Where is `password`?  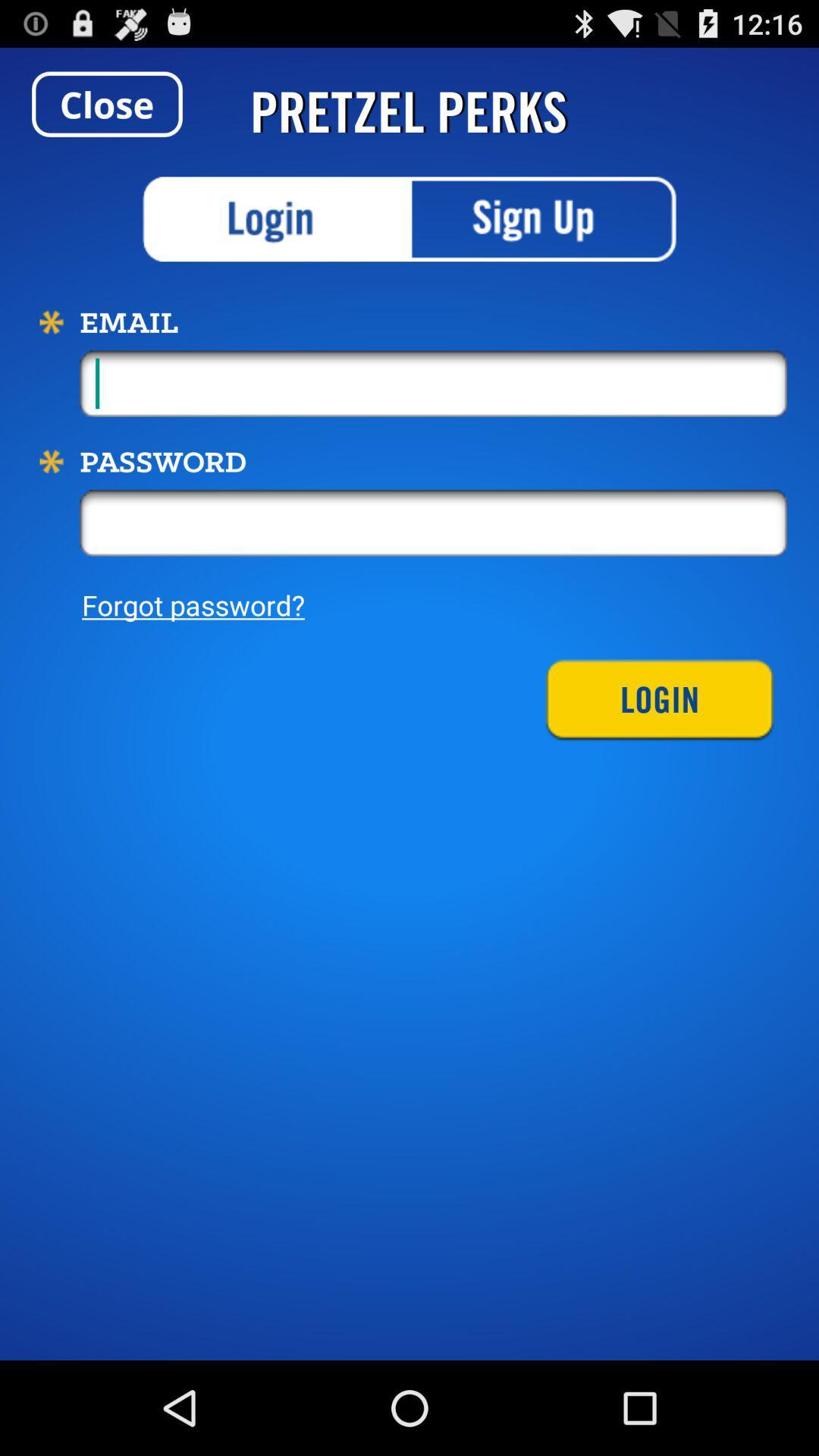 password is located at coordinates (433, 522).